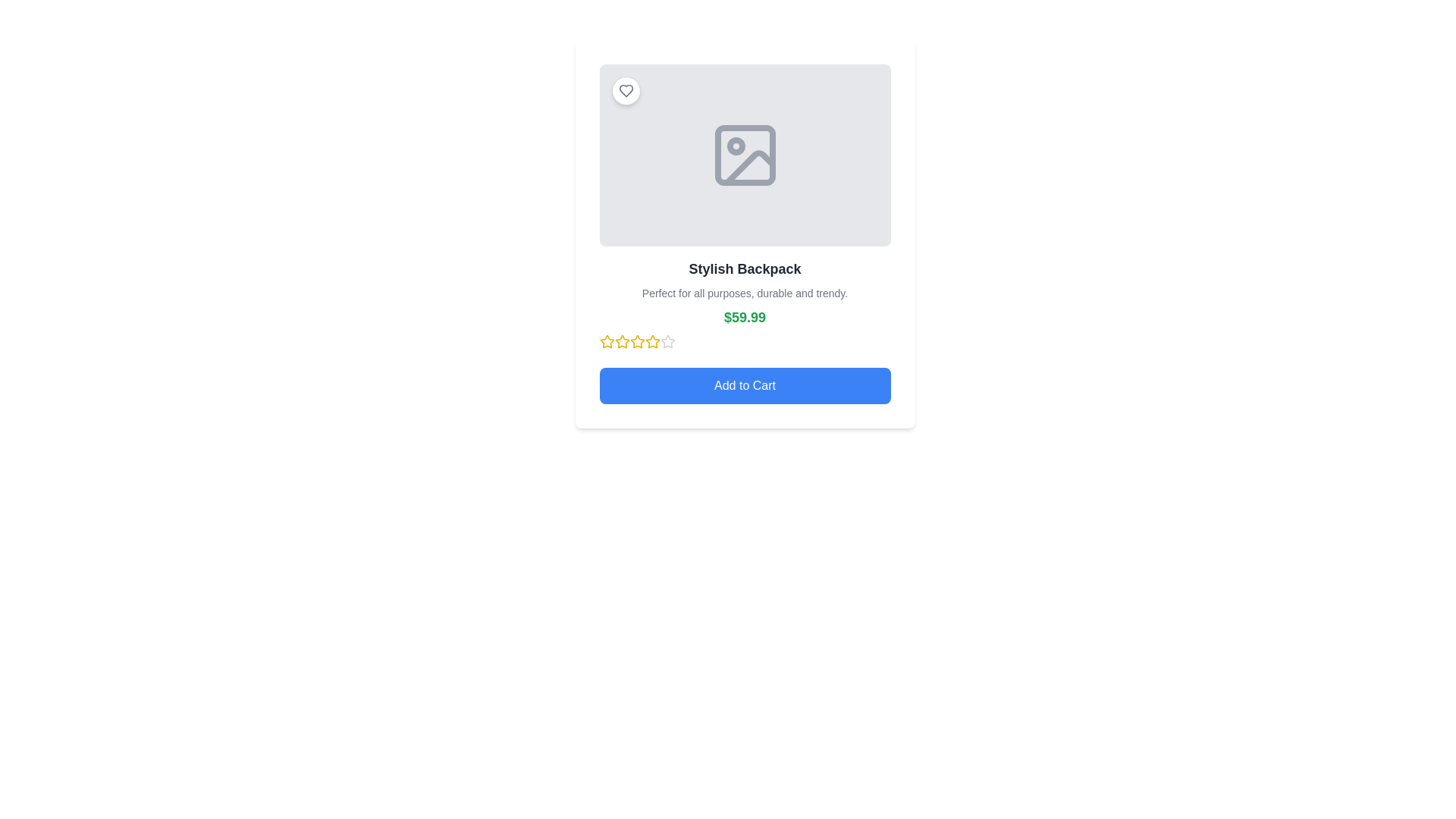 The image size is (1456, 819). What do you see at coordinates (607, 341) in the screenshot?
I see `the second star icon used for rating to interact with the rating system` at bounding box center [607, 341].